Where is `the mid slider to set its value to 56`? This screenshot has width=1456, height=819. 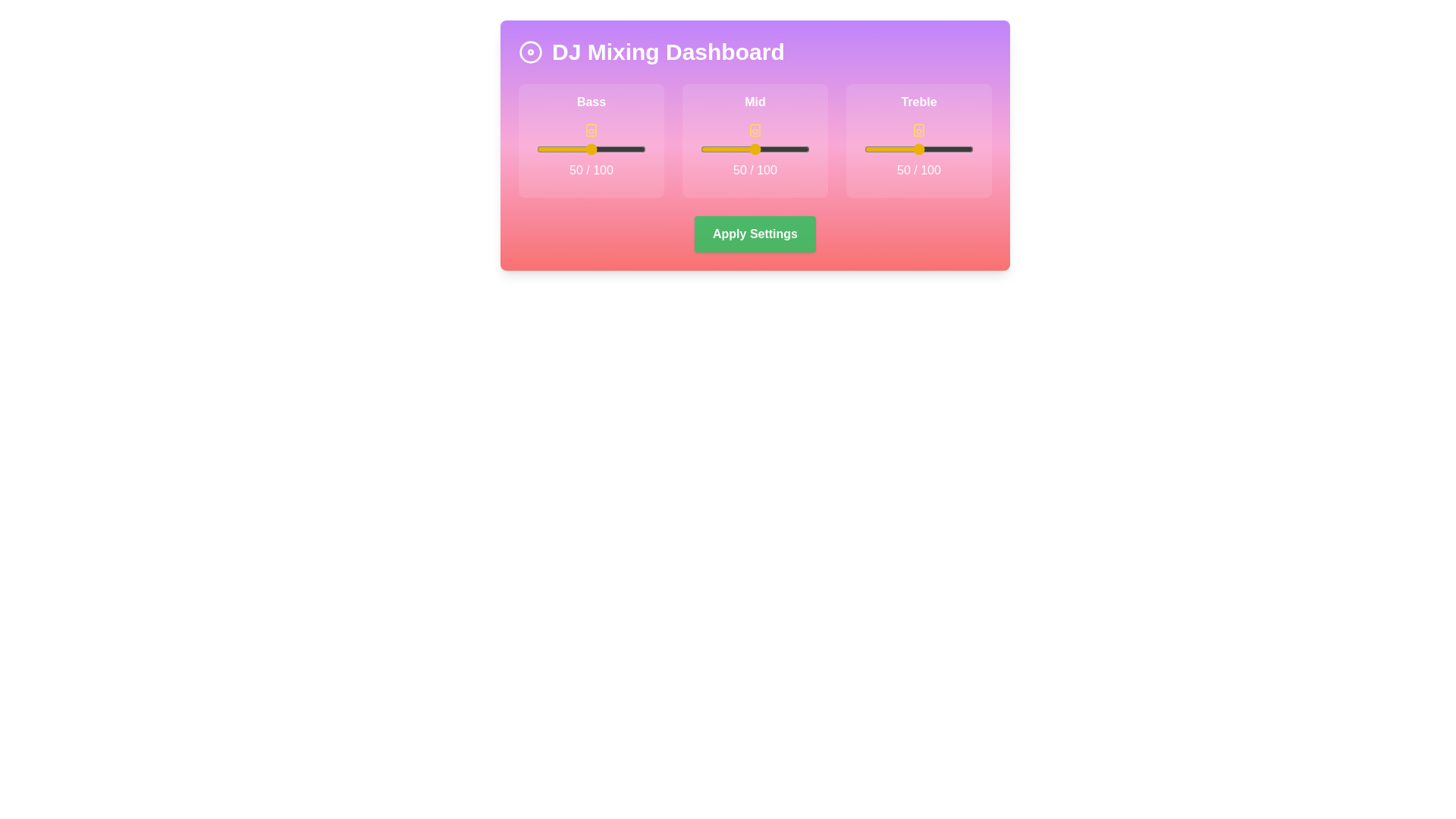
the mid slider to set its value to 56 is located at coordinates (761, 149).